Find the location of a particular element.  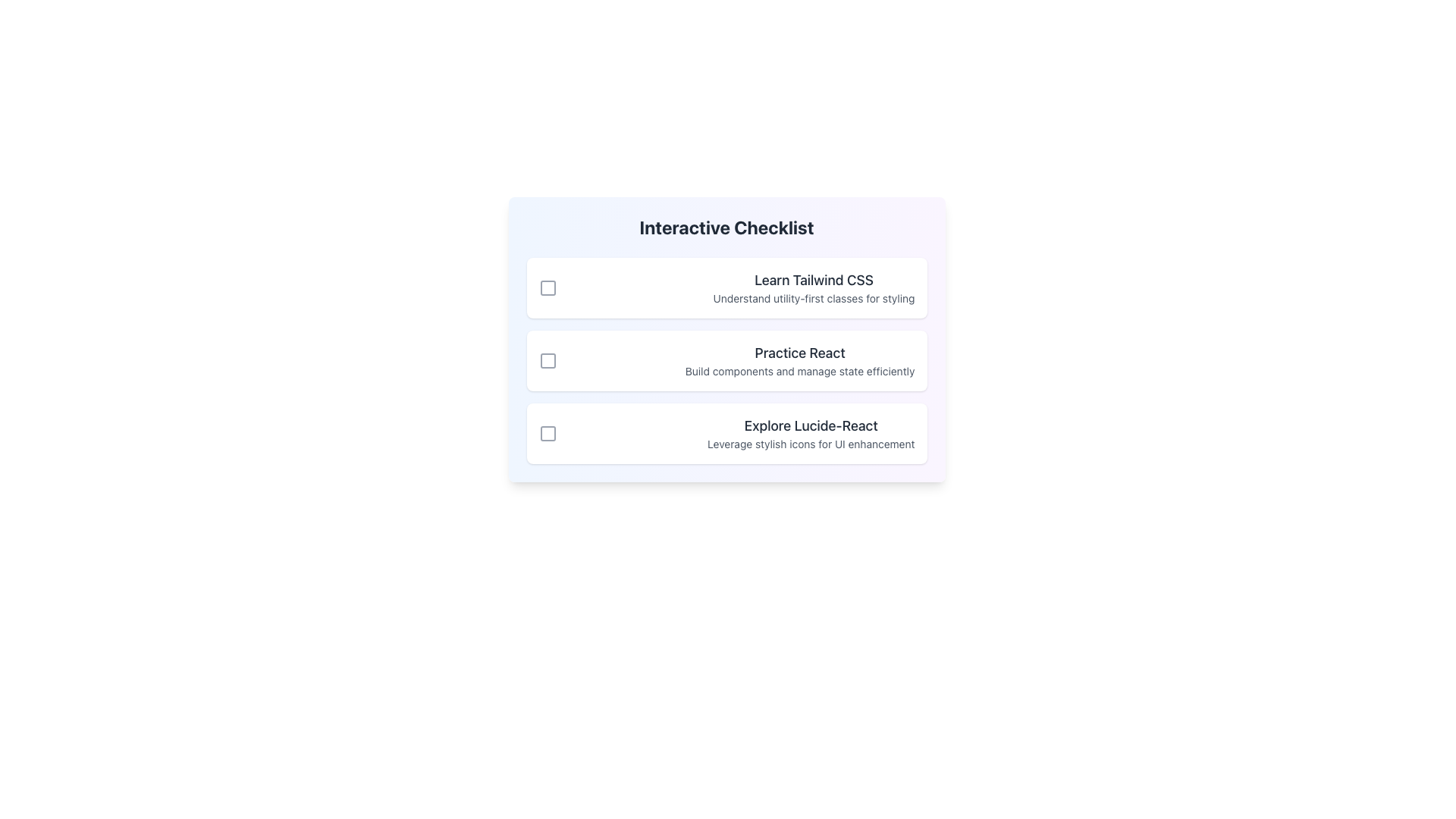

the text label that describes 'Practice React', which features a bold headline and a smaller descriptive line, positioned as the second item in a vertical checklist format is located at coordinates (799, 360).